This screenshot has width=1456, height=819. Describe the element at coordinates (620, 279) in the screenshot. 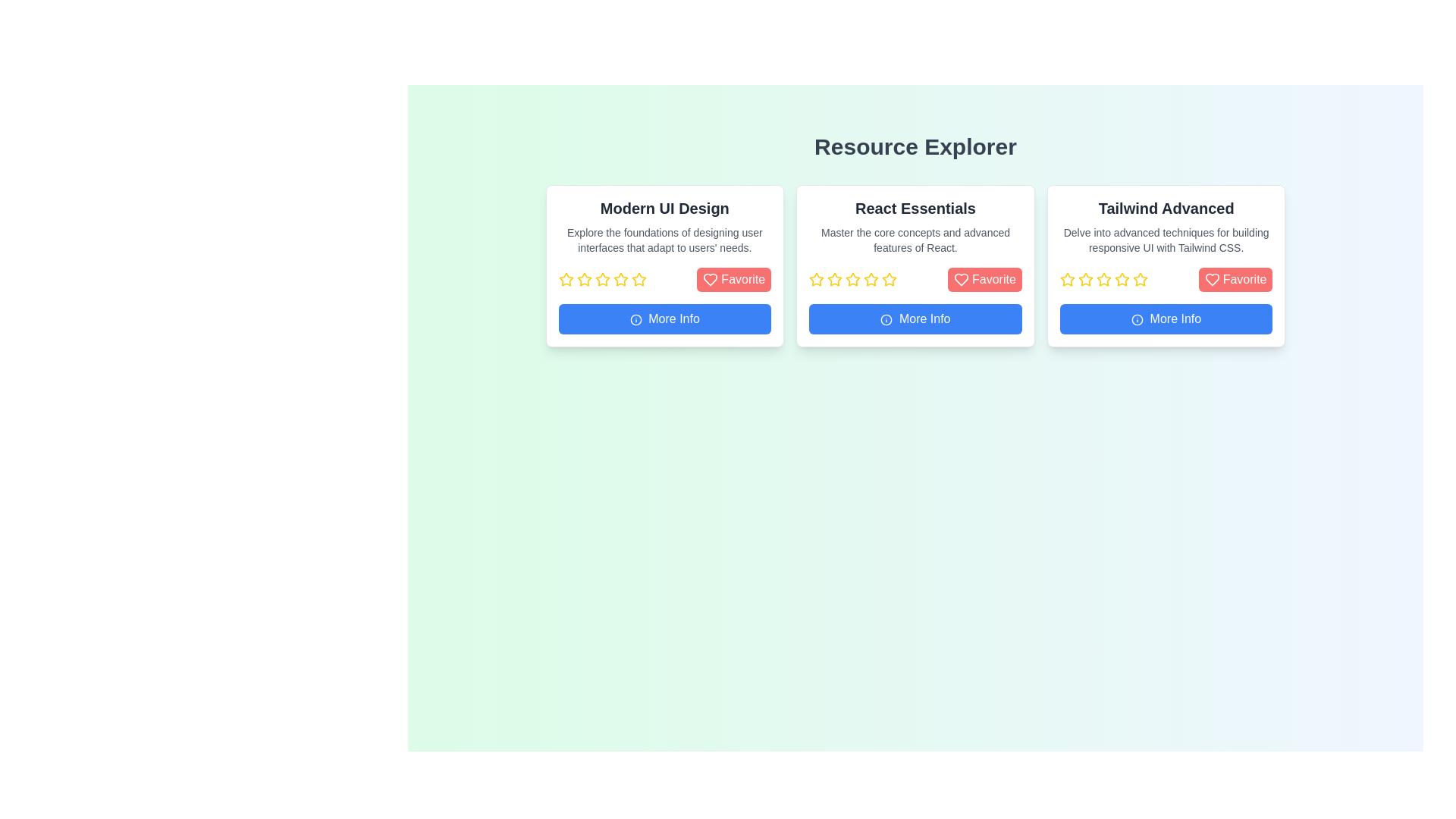

I see `the fourth yellow star icon with a hollow center in the 'Modern UI Design' card` at that location.